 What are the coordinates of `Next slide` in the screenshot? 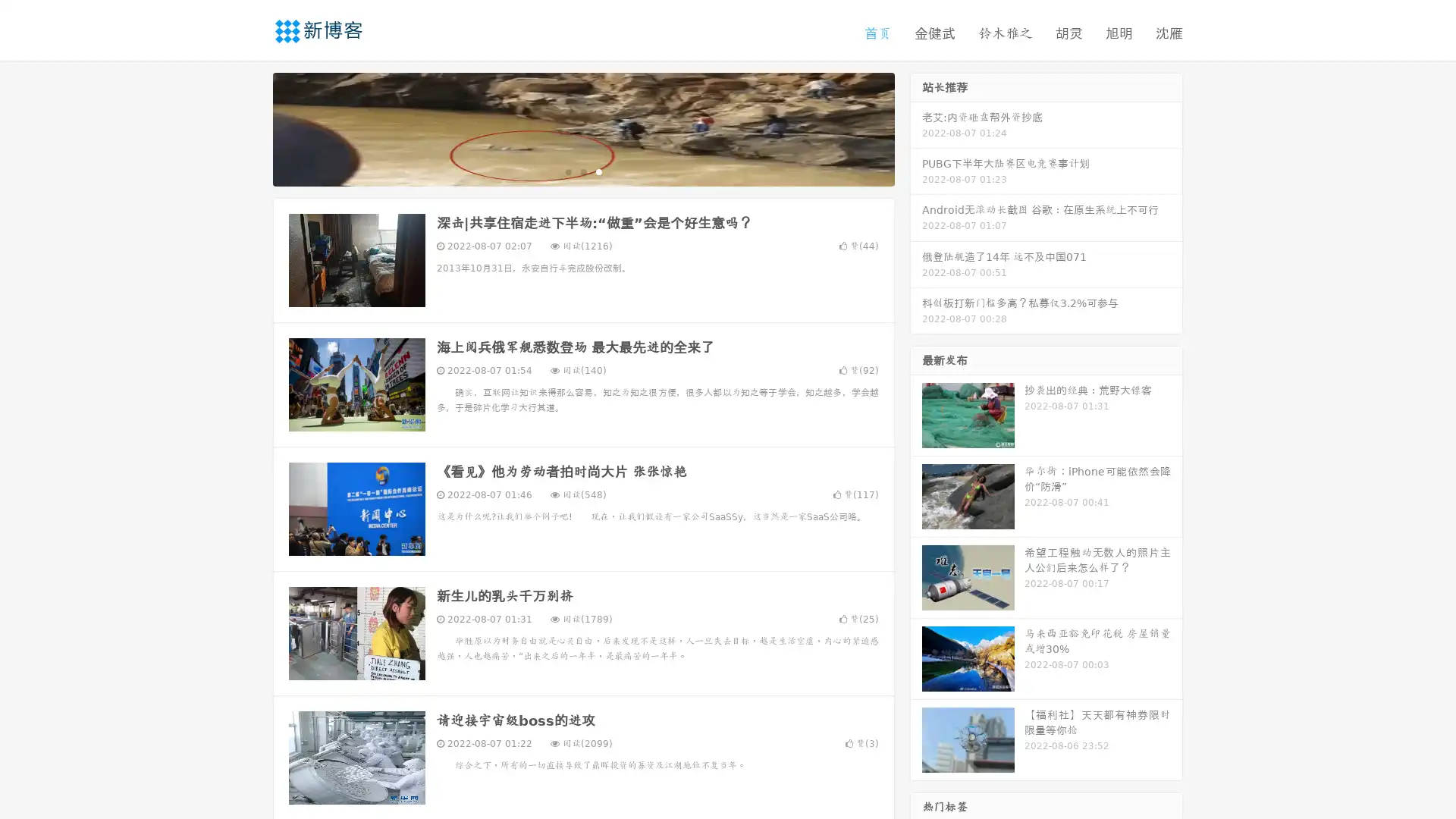 It's located at (916, 127).